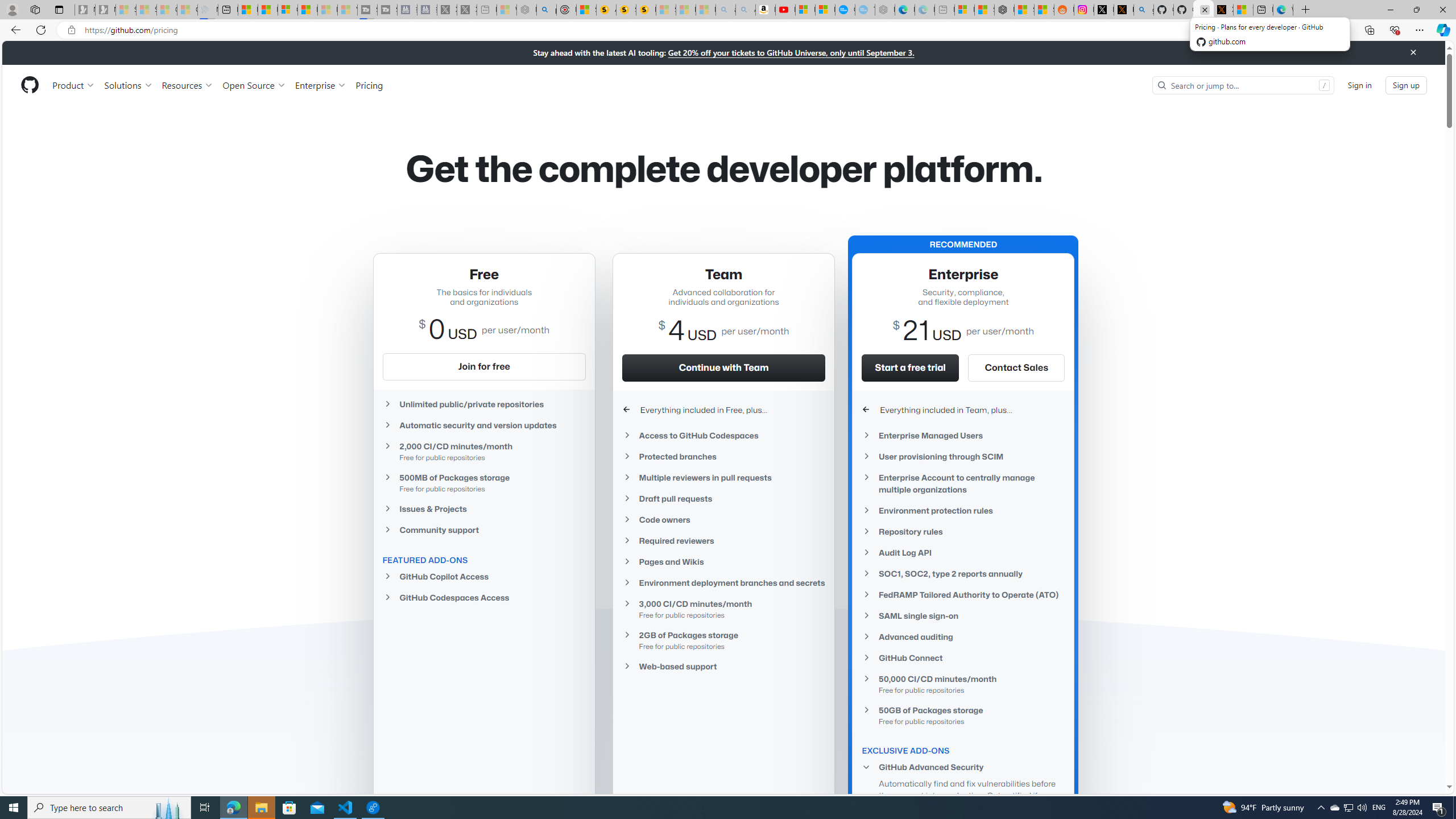  Describe the element at coordinates (127, 85) in the screenshot. I see `'Solutions'` at that location.